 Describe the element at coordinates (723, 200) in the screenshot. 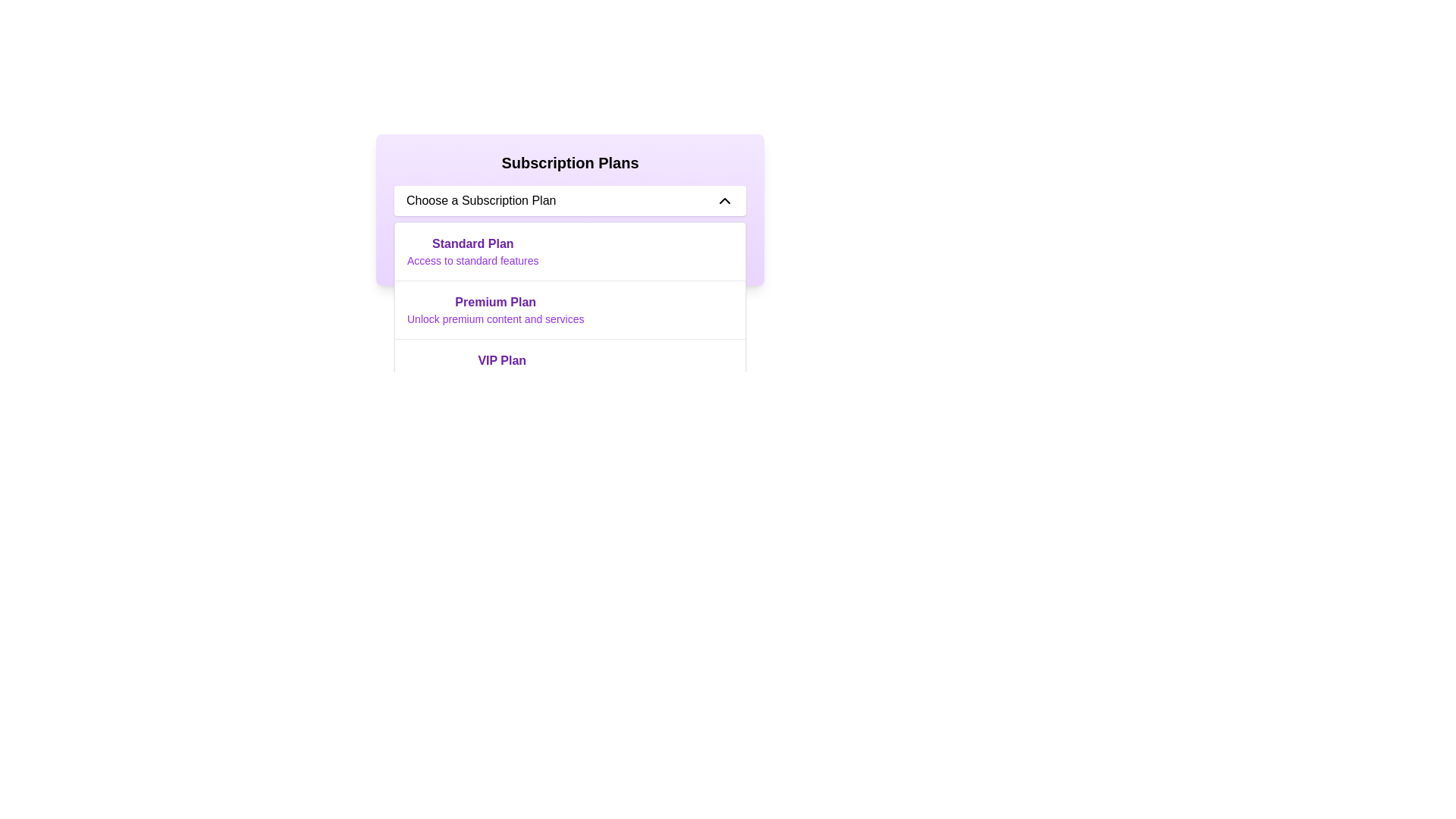

I see `the chevron icon on the far right side of the 'Choose a Subscription Plan' dropdown` at that location.